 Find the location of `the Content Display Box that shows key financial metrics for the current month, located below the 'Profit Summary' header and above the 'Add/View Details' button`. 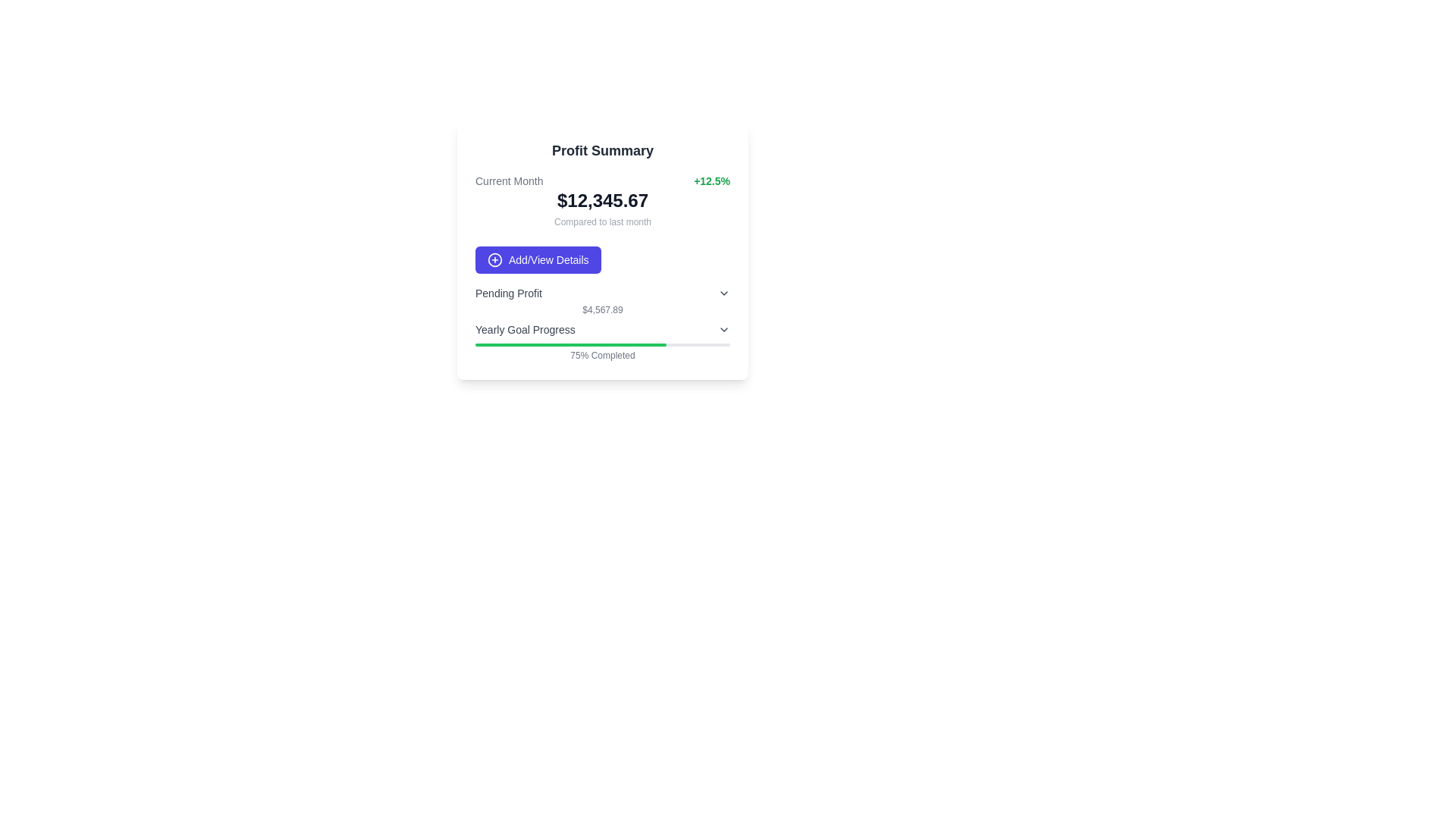

the Content Display Box that shows key financial metrics for the current month, located below the 'Profit Summary' header and above the 'Add/View Details' button is located at coordinates (602, 200).